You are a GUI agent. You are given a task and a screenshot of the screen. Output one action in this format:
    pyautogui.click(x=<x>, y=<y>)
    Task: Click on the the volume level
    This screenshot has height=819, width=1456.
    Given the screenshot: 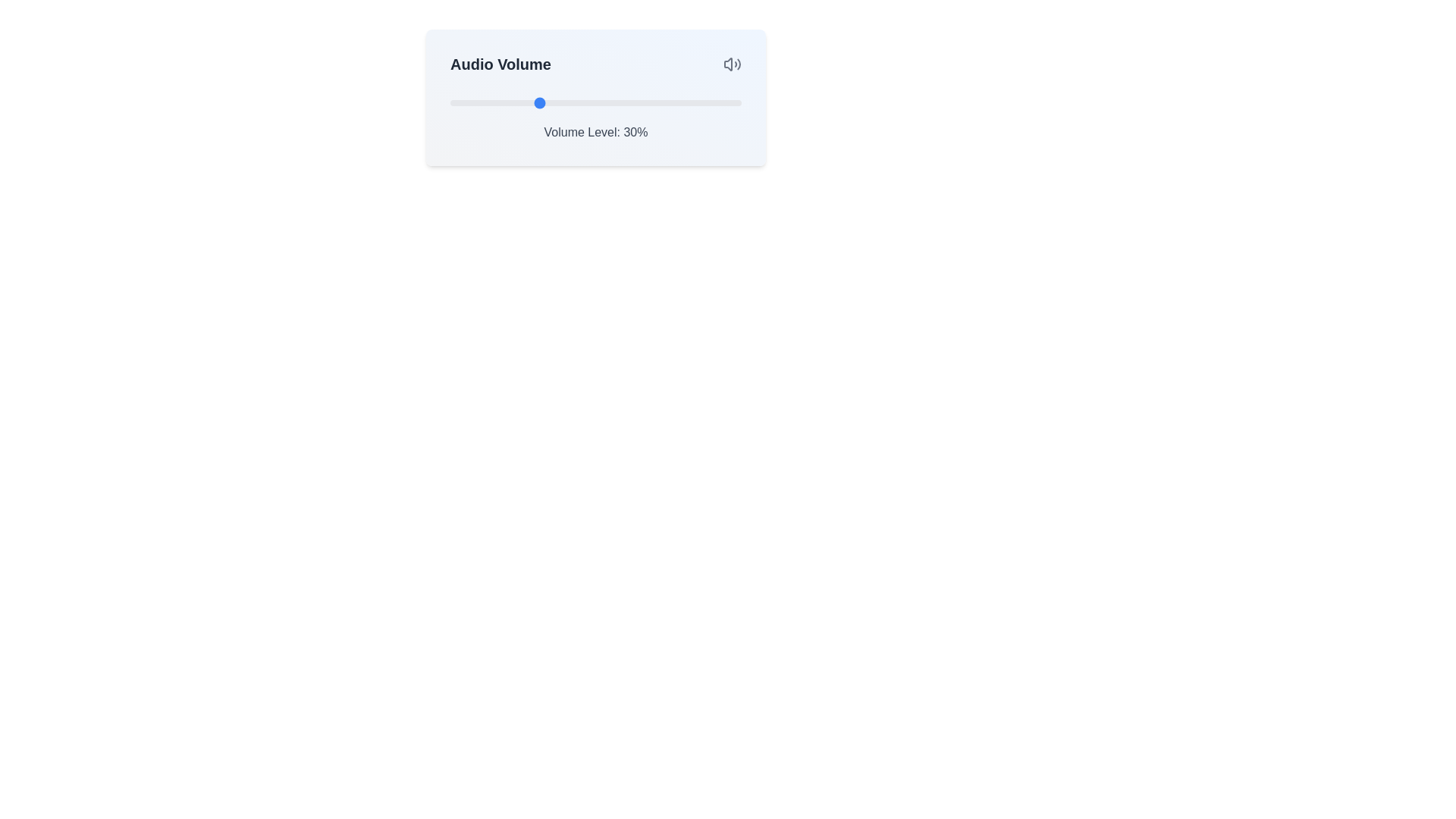 What is the action you would take?
    pyautogui.click(x=616, y=102)
    